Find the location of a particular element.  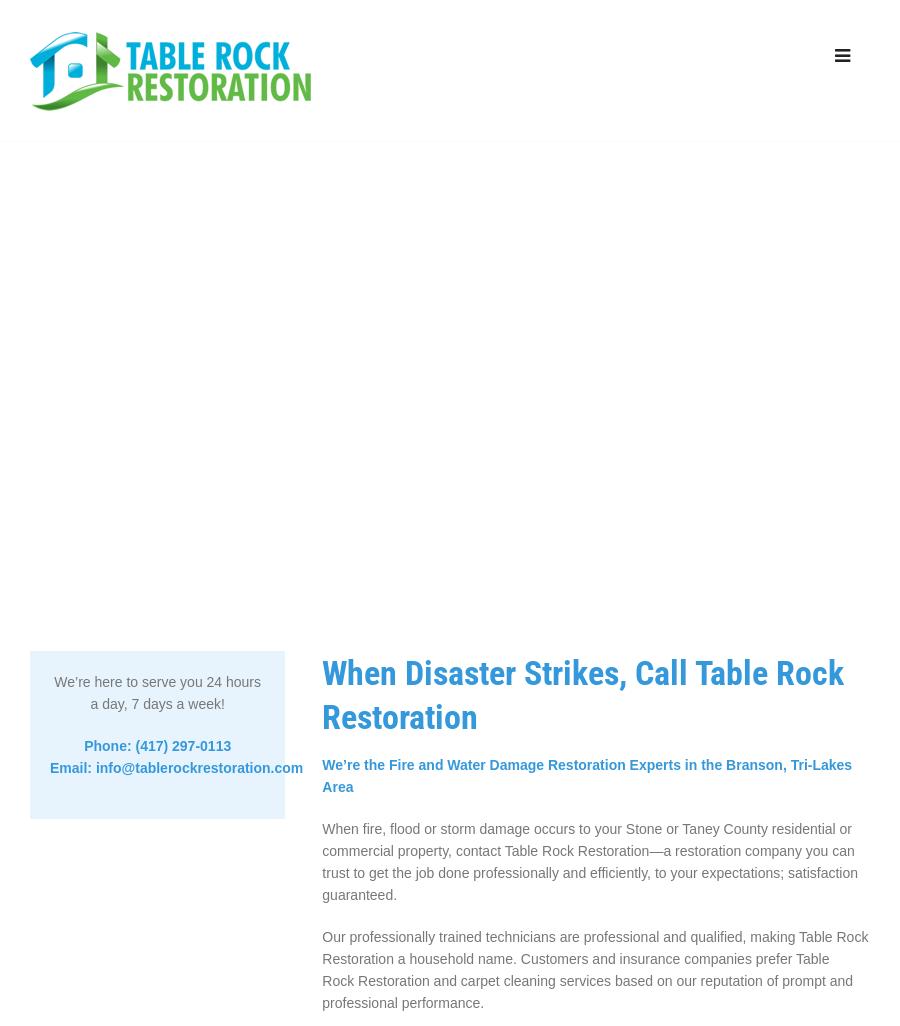

'Our professionally trained technicians are professional and qualified, making Table Rock Restoration a household name. Customers and insurance companies prefer Table Rock Restoration and carpet cleaning services based on our reputation of prompt and professional performance.' is located at coordinates (594, 969).